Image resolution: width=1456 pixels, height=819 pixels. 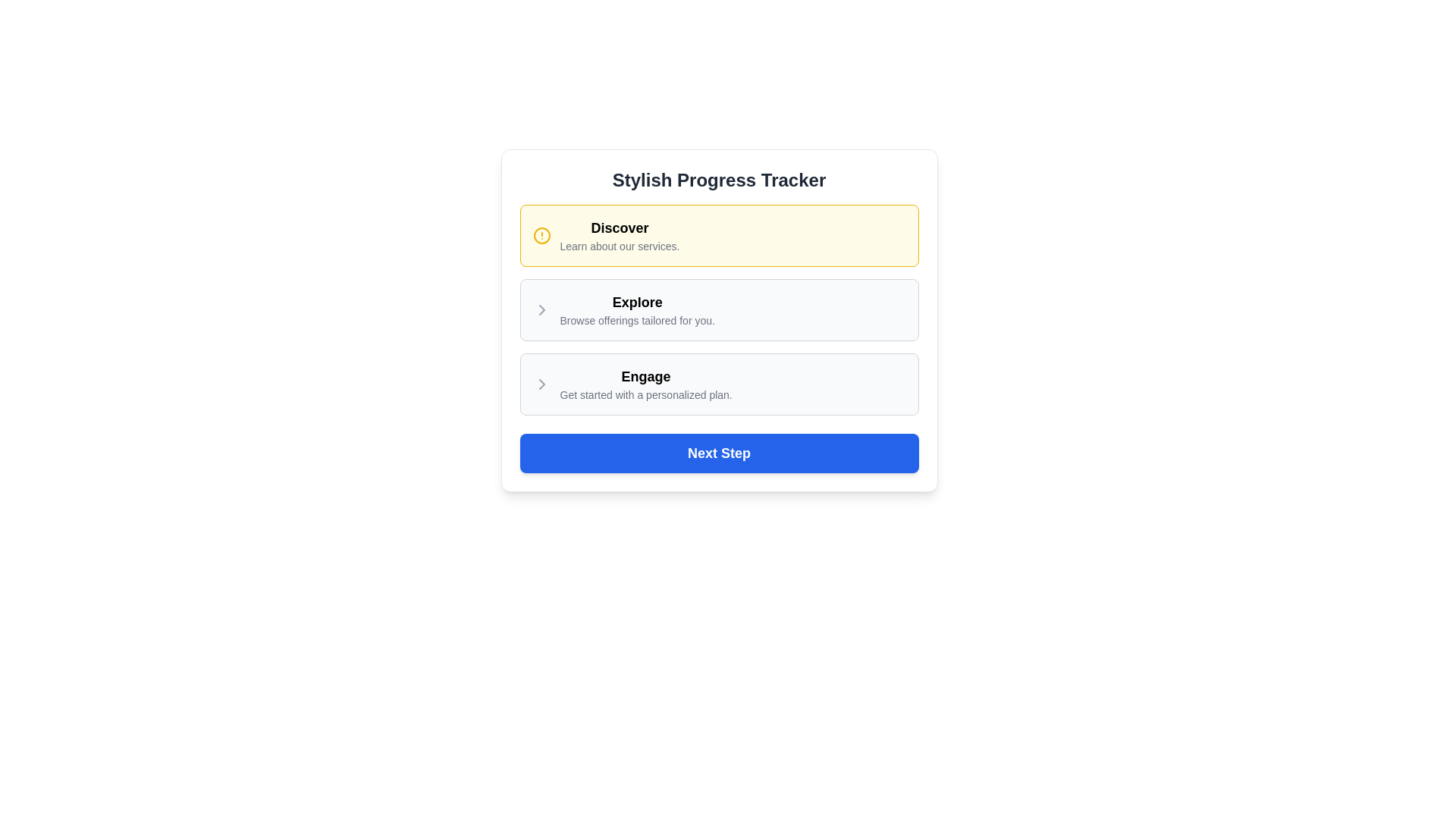 I want to click on the text label displaying 'Engage', which is the second item in the vertical stack of a progress tracker, located between 'Explore' and 'Get started with a personalized plan', so click(x=646, y=376).